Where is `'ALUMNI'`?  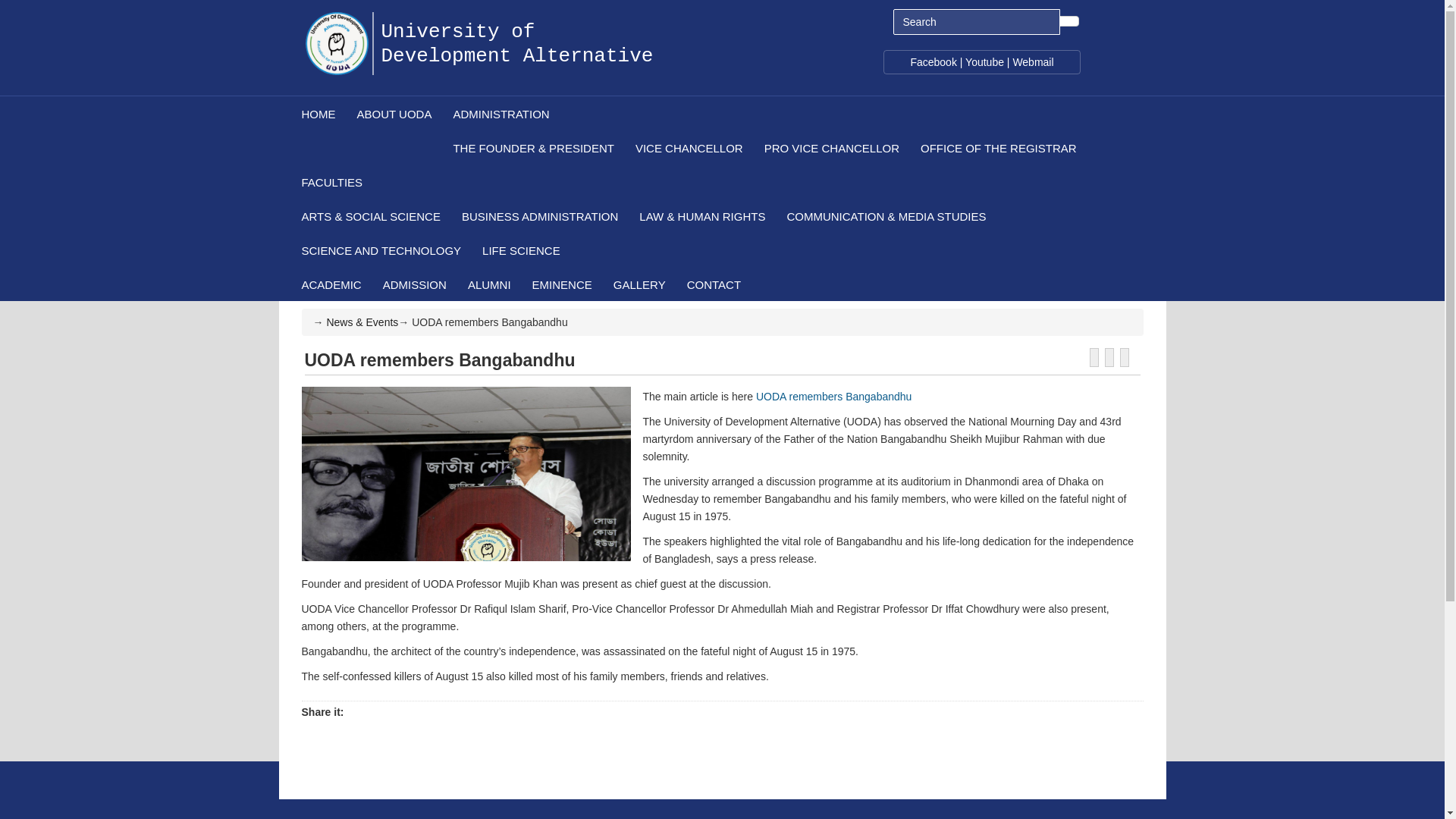 'ALUMNI' is located at coordinates (488, 284).